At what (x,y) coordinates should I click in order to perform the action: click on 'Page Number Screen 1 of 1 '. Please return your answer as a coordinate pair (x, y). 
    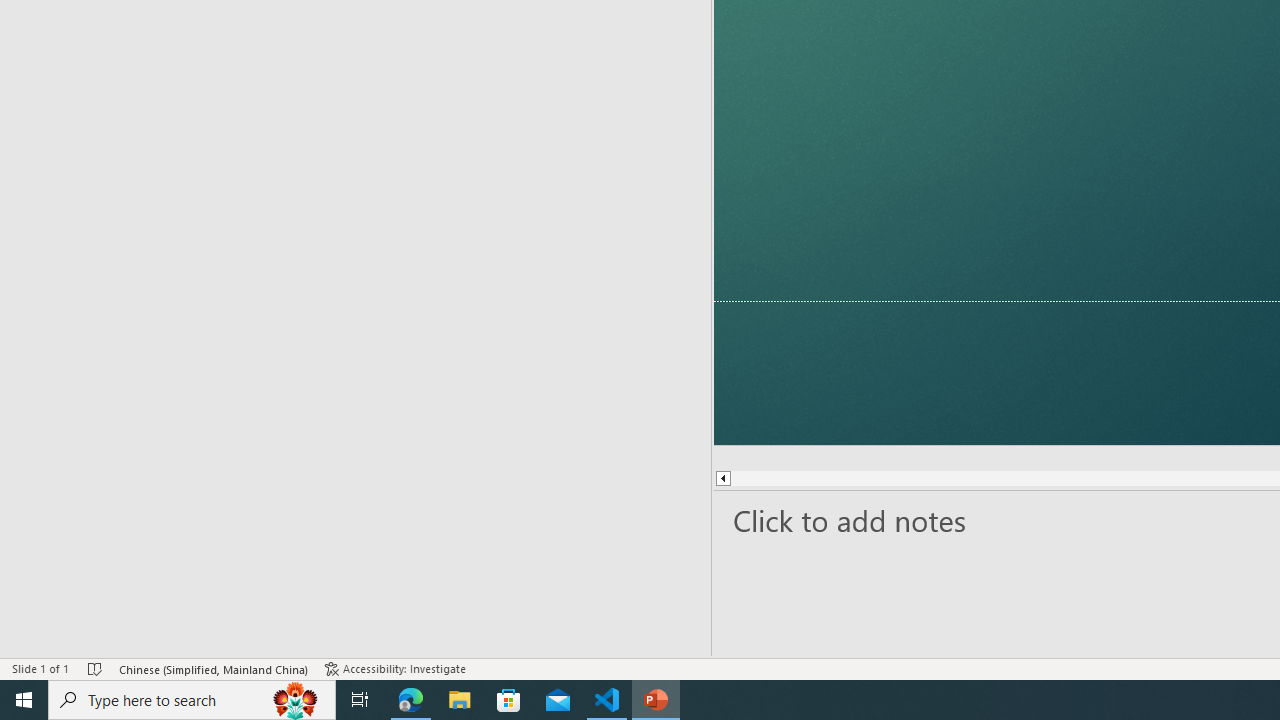
    Looking at the image, I should click on (62, 640).